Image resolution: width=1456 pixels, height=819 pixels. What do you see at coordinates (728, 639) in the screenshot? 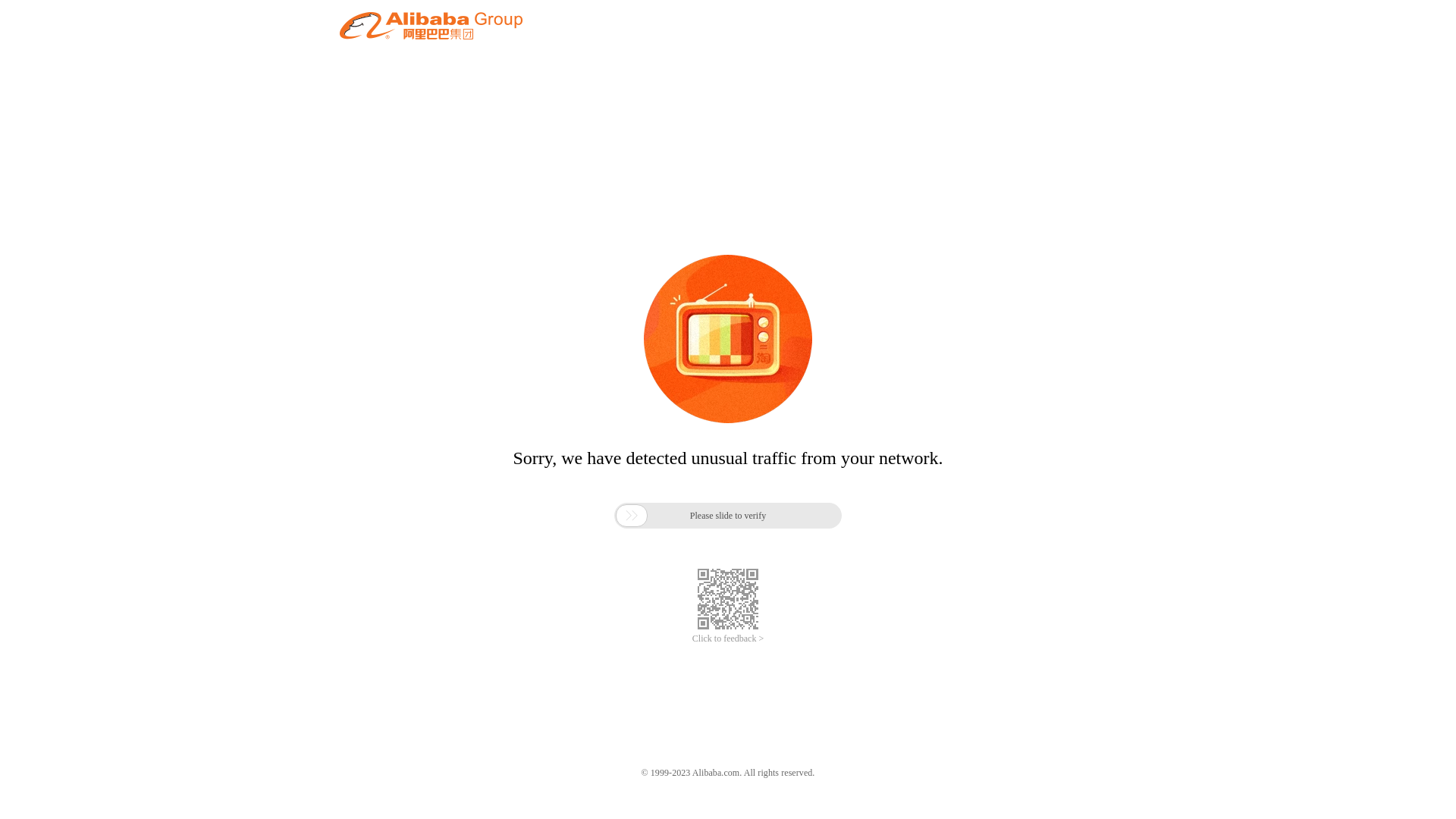
I see `'Click to feedback >'` at bounding box center [728, 639].